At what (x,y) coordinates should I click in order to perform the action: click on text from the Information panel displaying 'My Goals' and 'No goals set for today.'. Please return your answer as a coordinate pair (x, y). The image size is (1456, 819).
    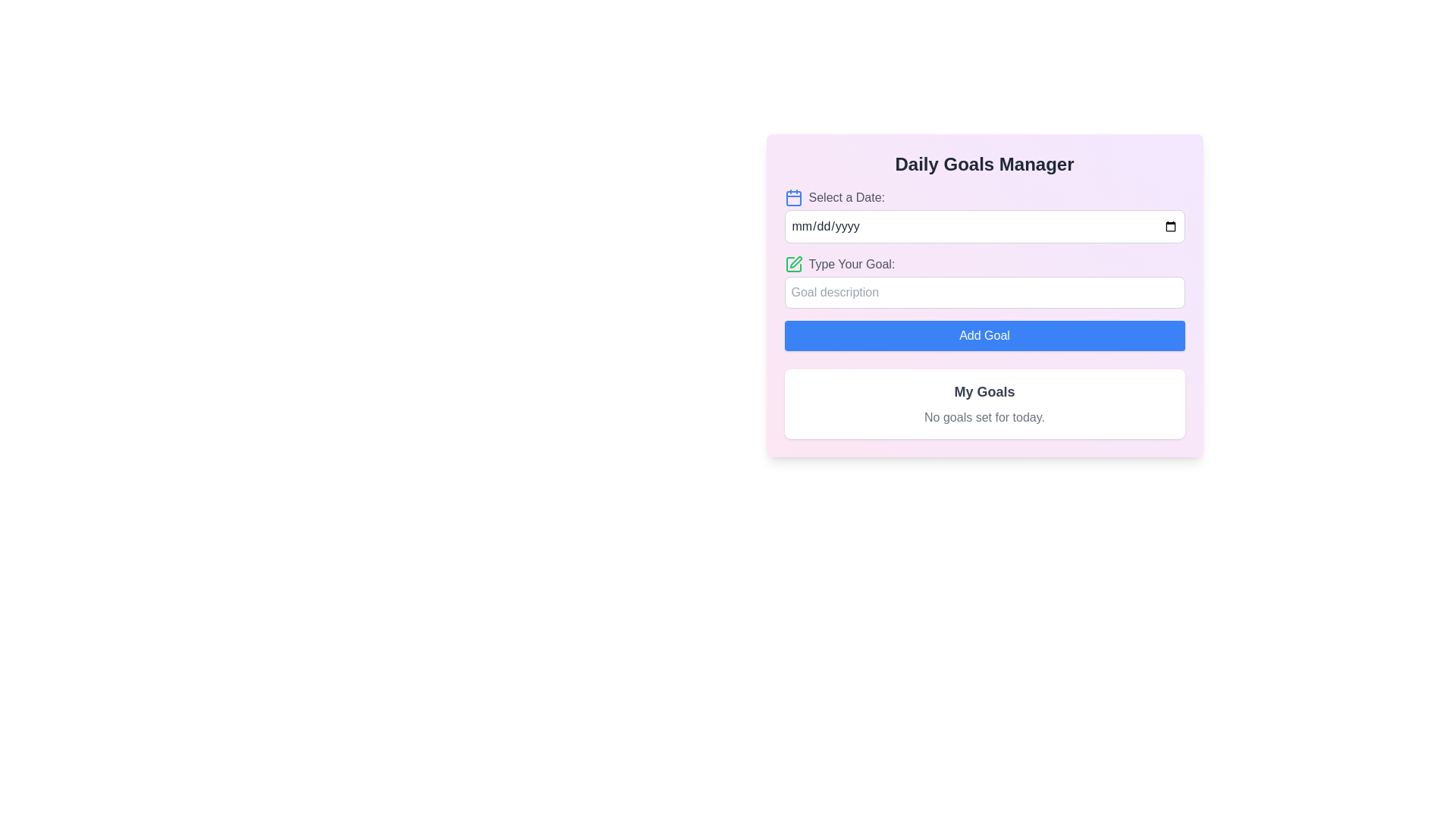
    Looking at the image, I should click on (984, 403).